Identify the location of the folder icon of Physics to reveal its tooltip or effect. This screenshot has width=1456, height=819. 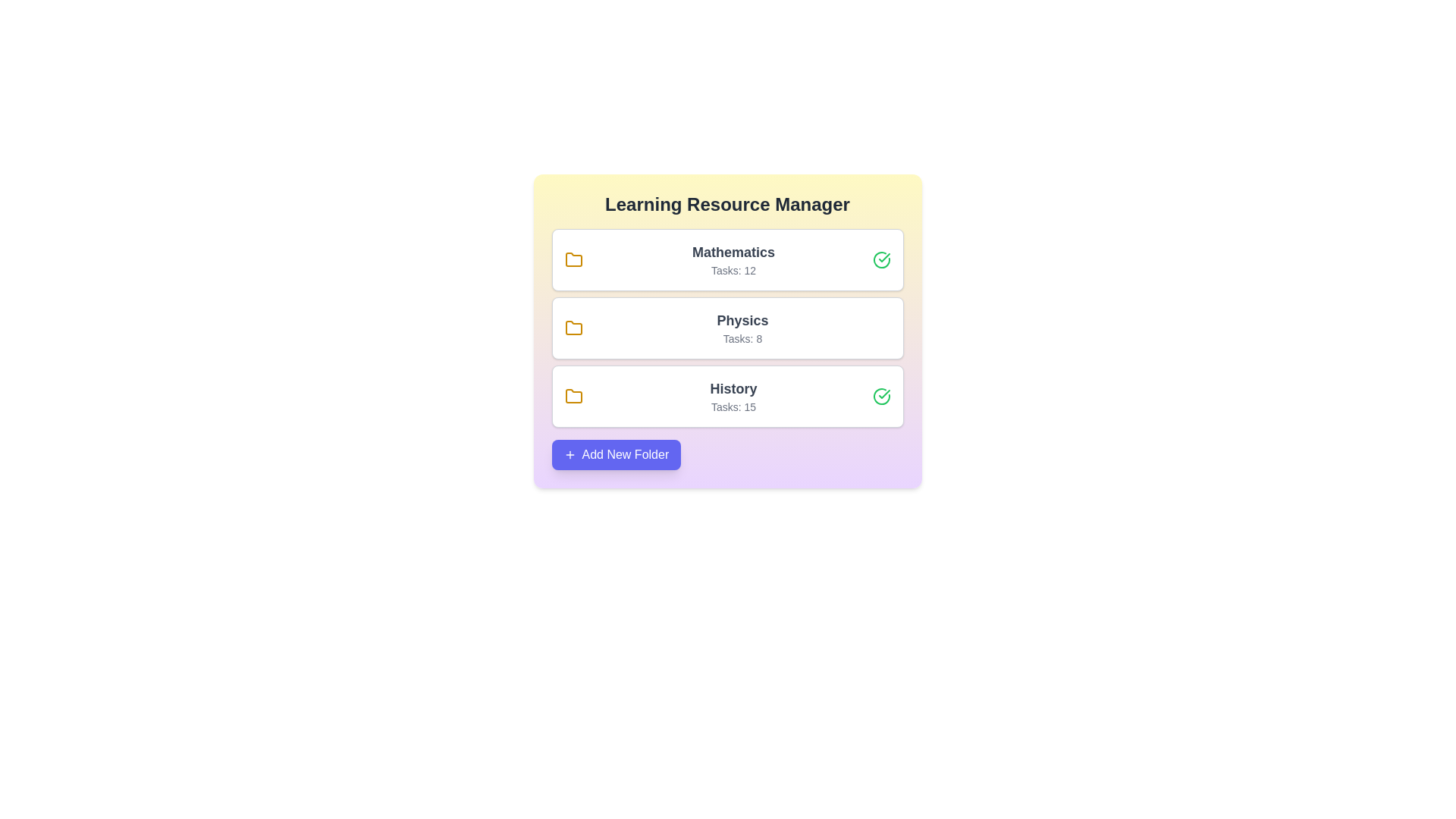
(573, 327).